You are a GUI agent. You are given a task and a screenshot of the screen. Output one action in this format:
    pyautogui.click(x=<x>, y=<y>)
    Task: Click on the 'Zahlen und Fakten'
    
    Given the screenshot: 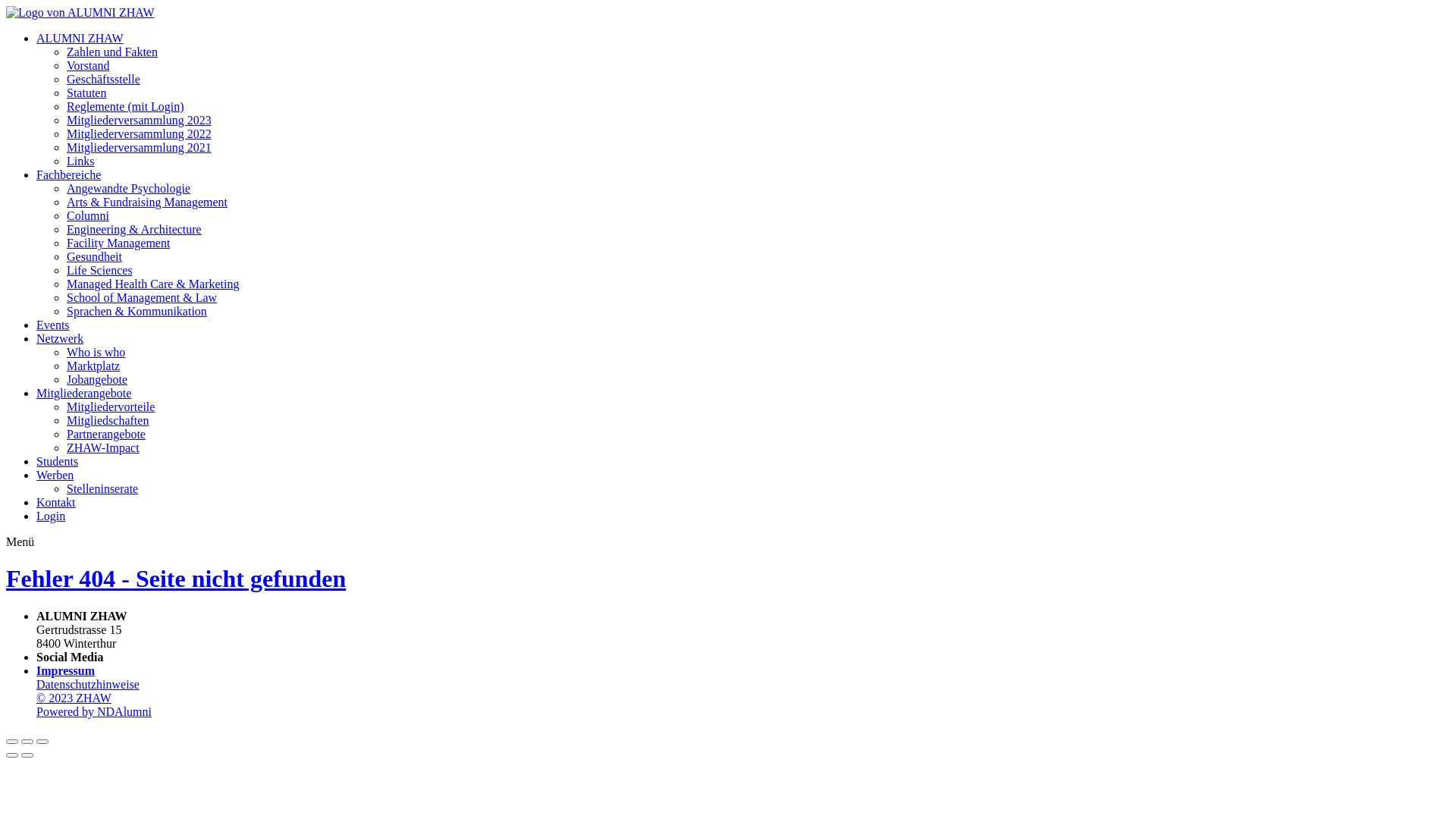 What is the action you would take?
    pyautogui.click(x=111, y=51)
    